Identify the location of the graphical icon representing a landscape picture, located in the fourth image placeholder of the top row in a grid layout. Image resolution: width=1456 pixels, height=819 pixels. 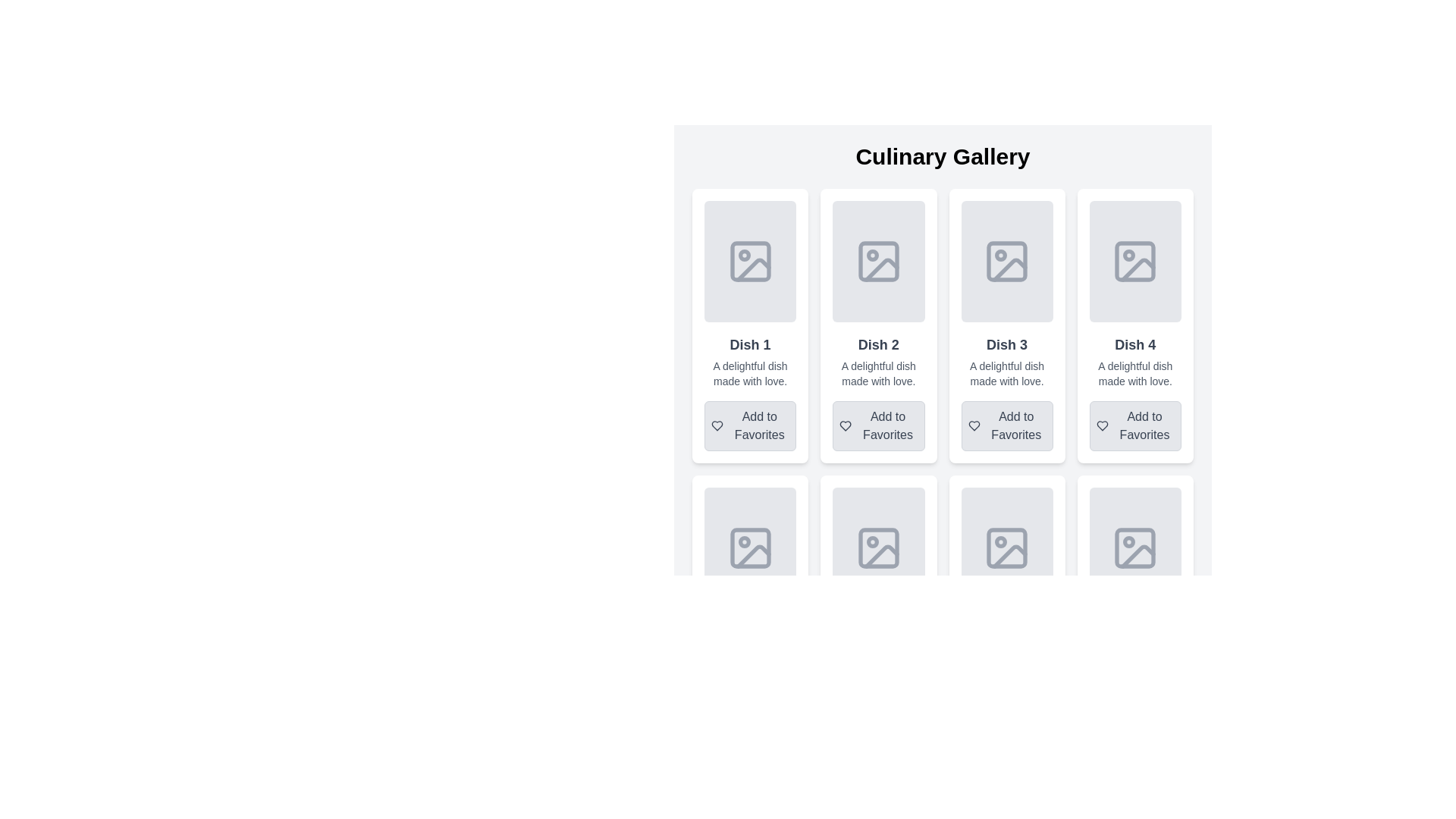
(1138, 269).